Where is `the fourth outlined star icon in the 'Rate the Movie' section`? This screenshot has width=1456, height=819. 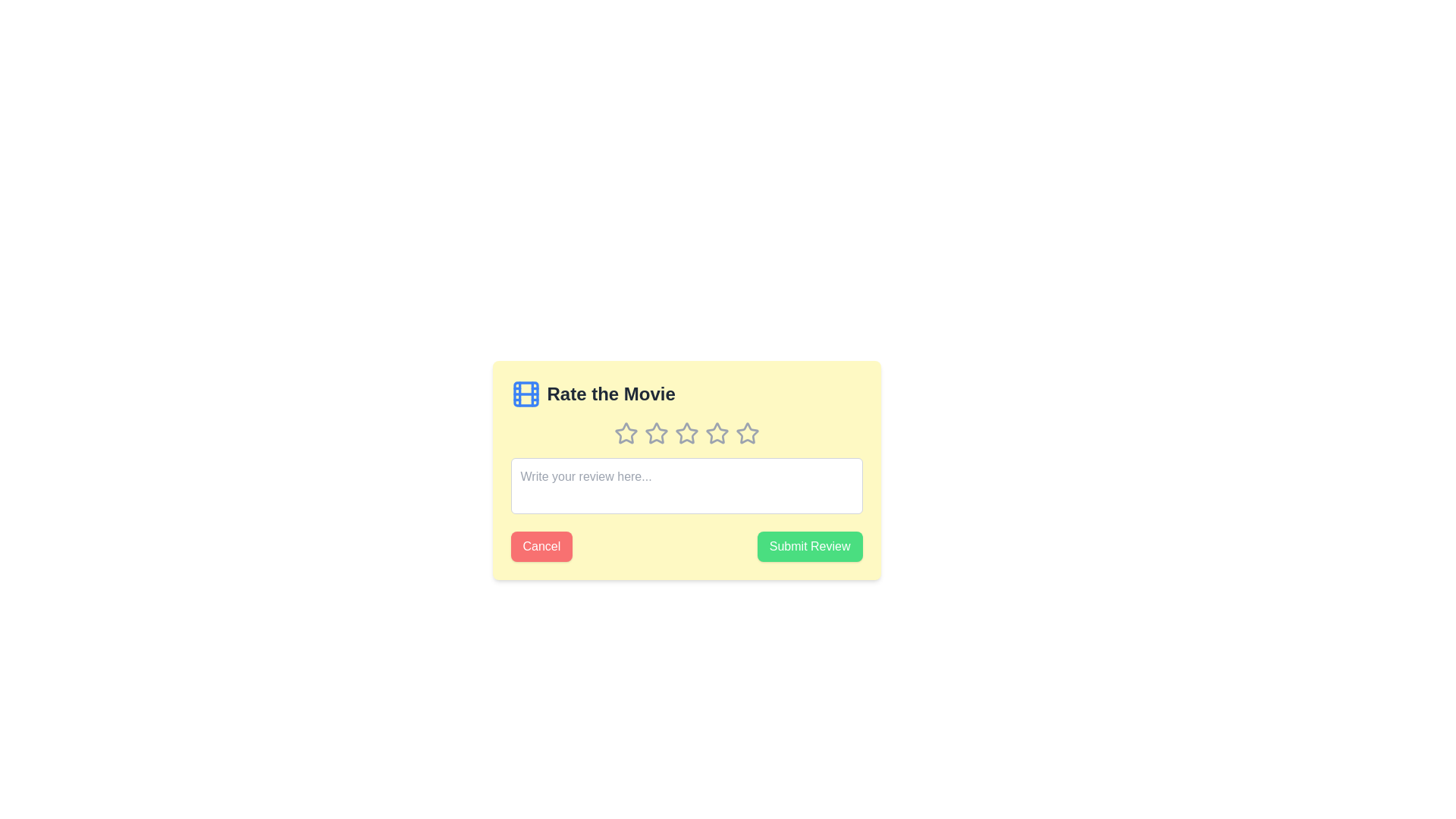
the fourth outlined star icon in the 'Rate the Movie' section is located at coordinates (716, 433).